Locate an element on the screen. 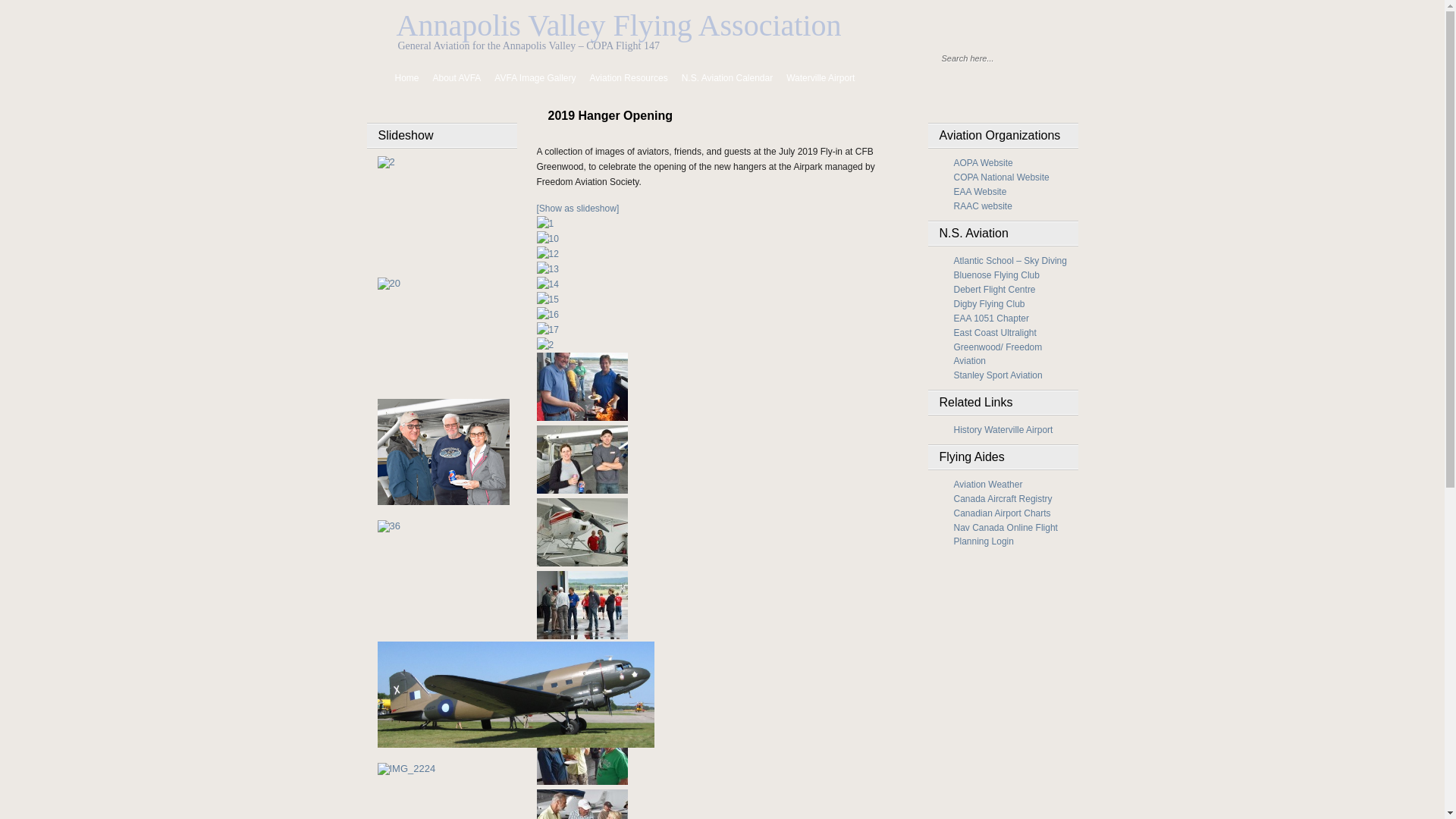  '14' is located at coordinates (537, 284).